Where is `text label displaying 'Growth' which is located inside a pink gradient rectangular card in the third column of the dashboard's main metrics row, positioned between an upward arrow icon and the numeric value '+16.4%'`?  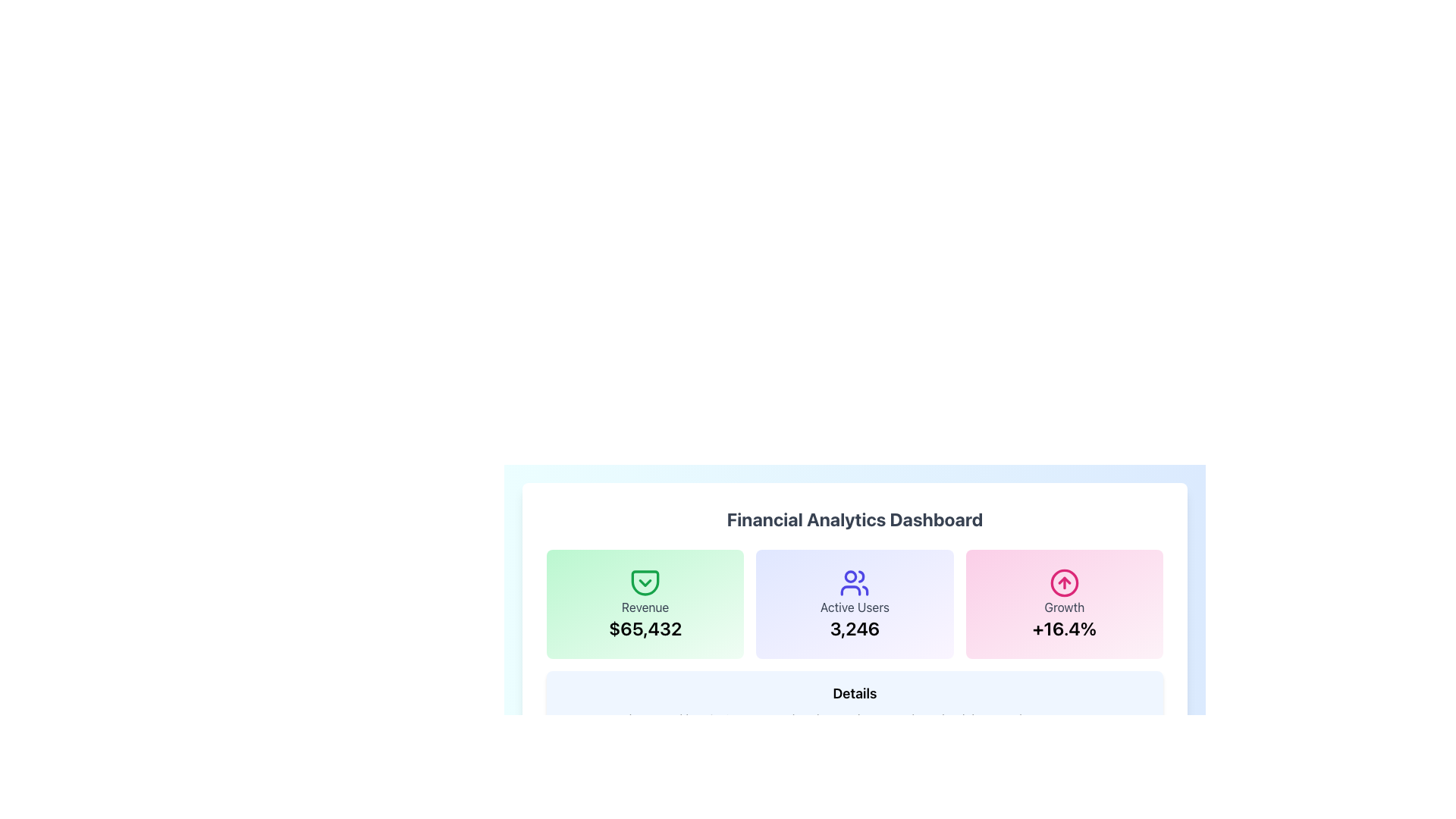
text label displaying 'Growth' which is located inside a pink gradient rectangular card in the third column of the dashboard's main metrics row, positioned between an upward arrow icon and the numeric value '+16.4%' is located at coordinates (1063, 607).